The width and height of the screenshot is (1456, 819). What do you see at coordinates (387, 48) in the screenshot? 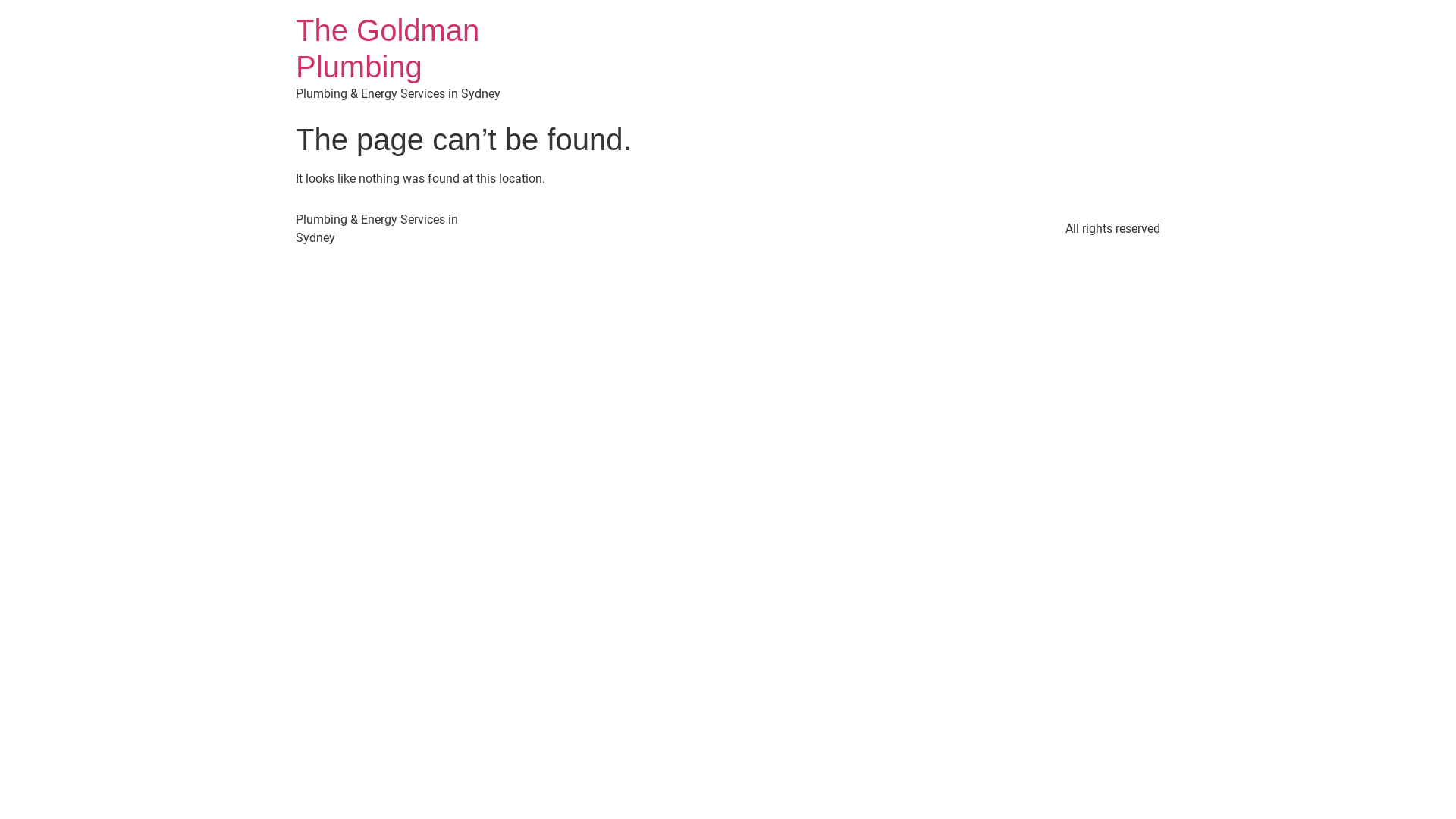
I see `'The Goldman Plumbing'` at bounding box center [387, 48].